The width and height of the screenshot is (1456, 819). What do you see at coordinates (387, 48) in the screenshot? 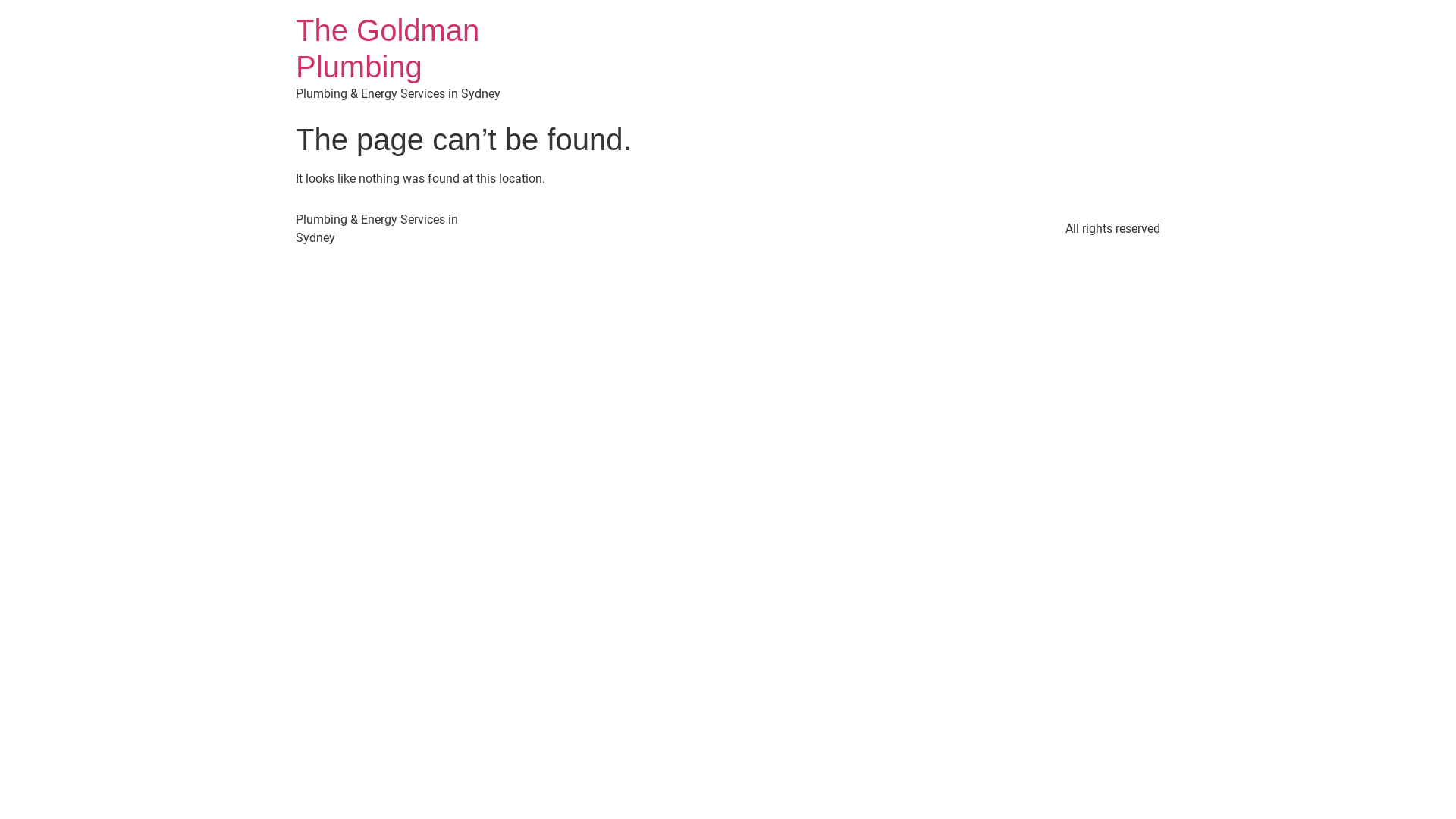
I see `'The Goldman Plumbing'` at bounding box center [387, 48].